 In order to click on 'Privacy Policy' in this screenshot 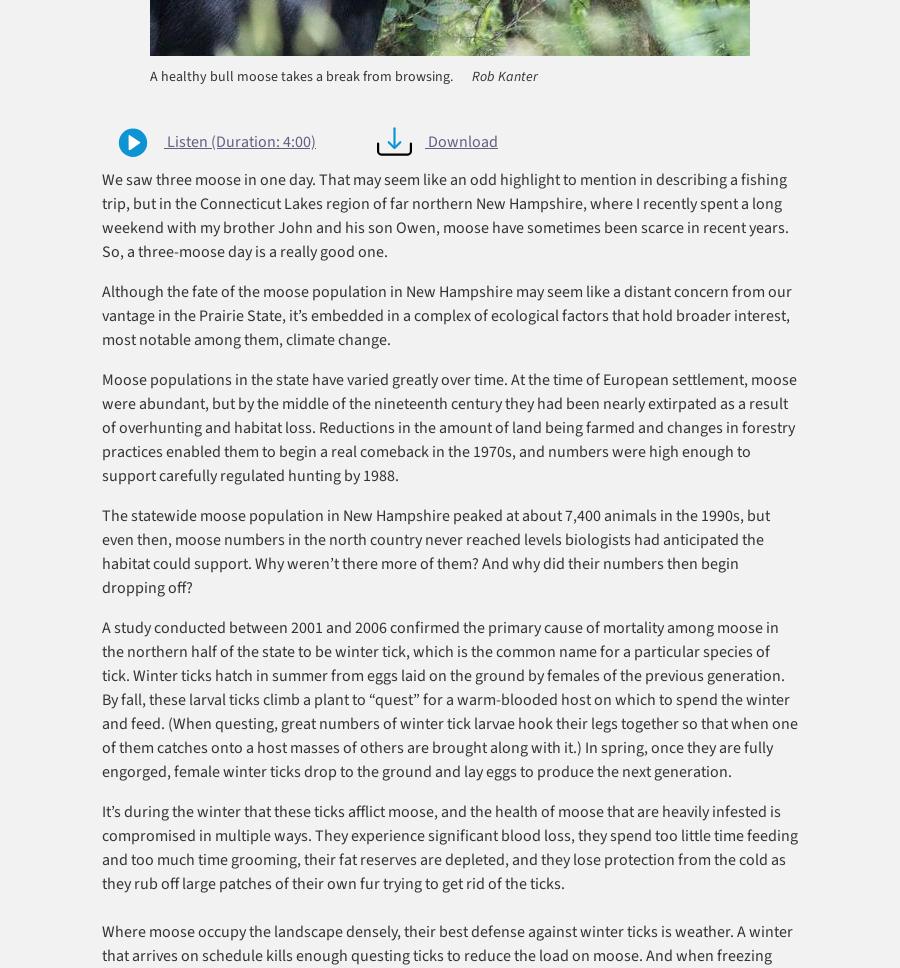, I will do `click(288, 942)`.